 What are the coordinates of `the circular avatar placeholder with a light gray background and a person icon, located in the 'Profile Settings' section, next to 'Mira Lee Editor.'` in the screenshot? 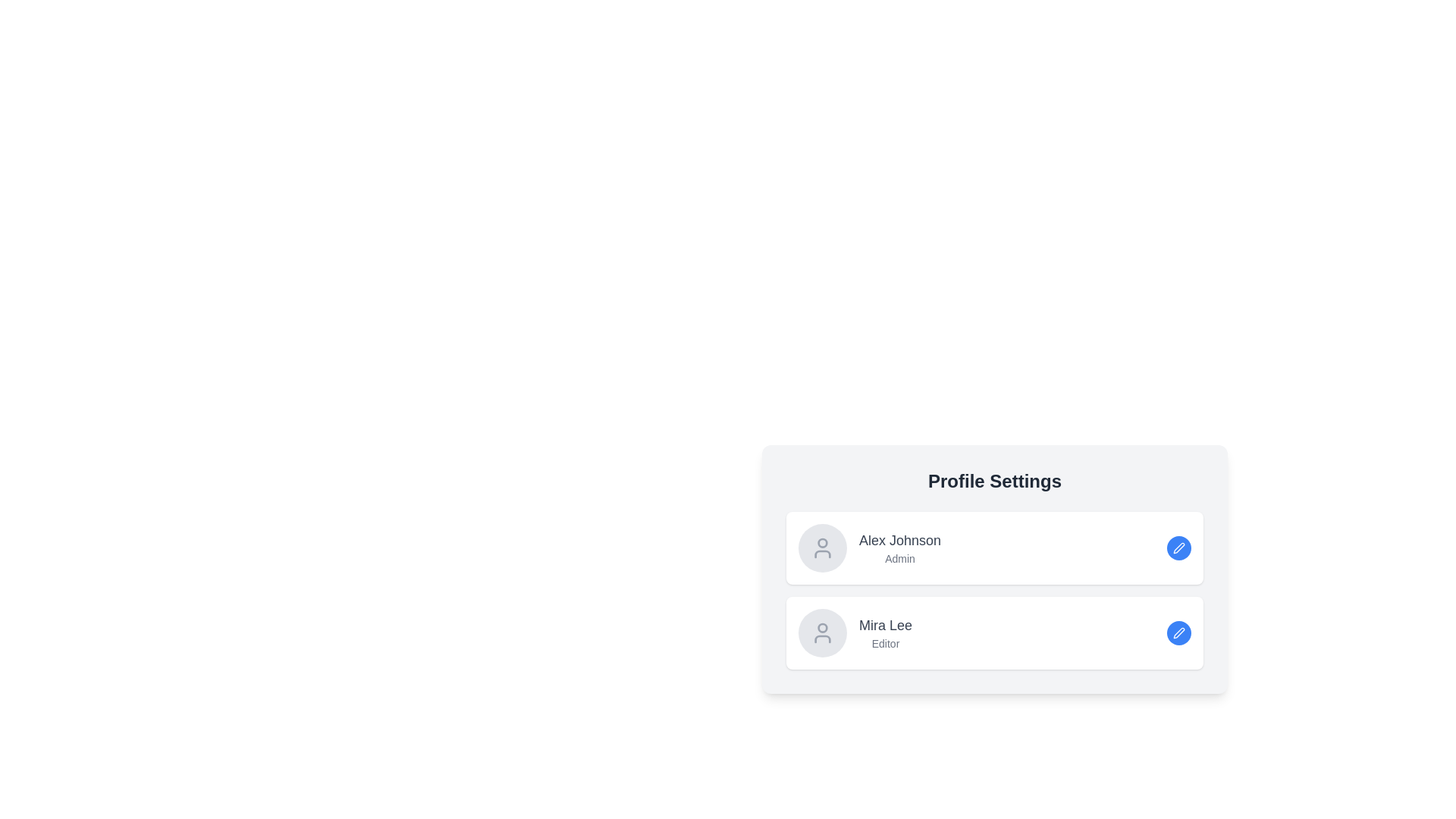 It's located at (821, 632).